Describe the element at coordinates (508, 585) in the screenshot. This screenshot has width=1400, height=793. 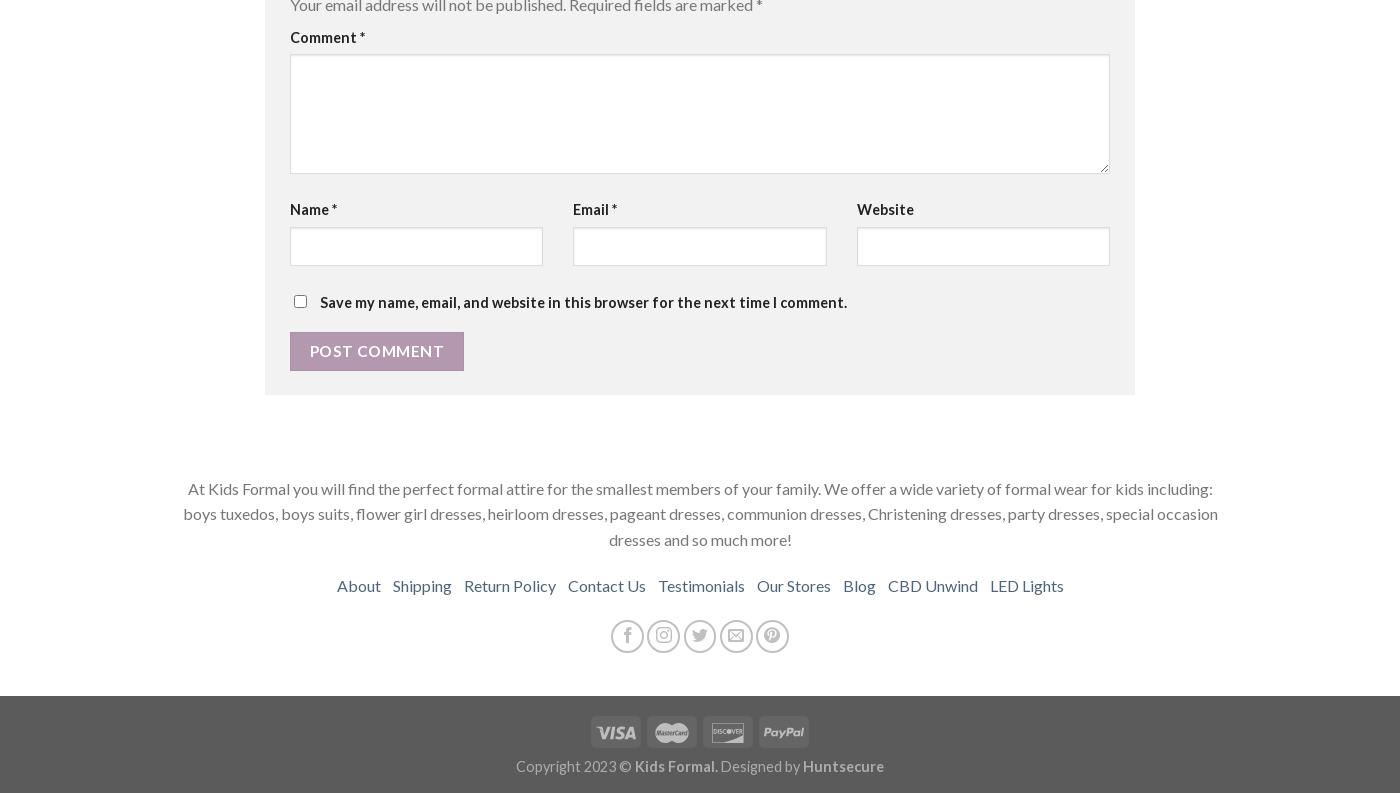
I see `'Return Policy'` at that location.